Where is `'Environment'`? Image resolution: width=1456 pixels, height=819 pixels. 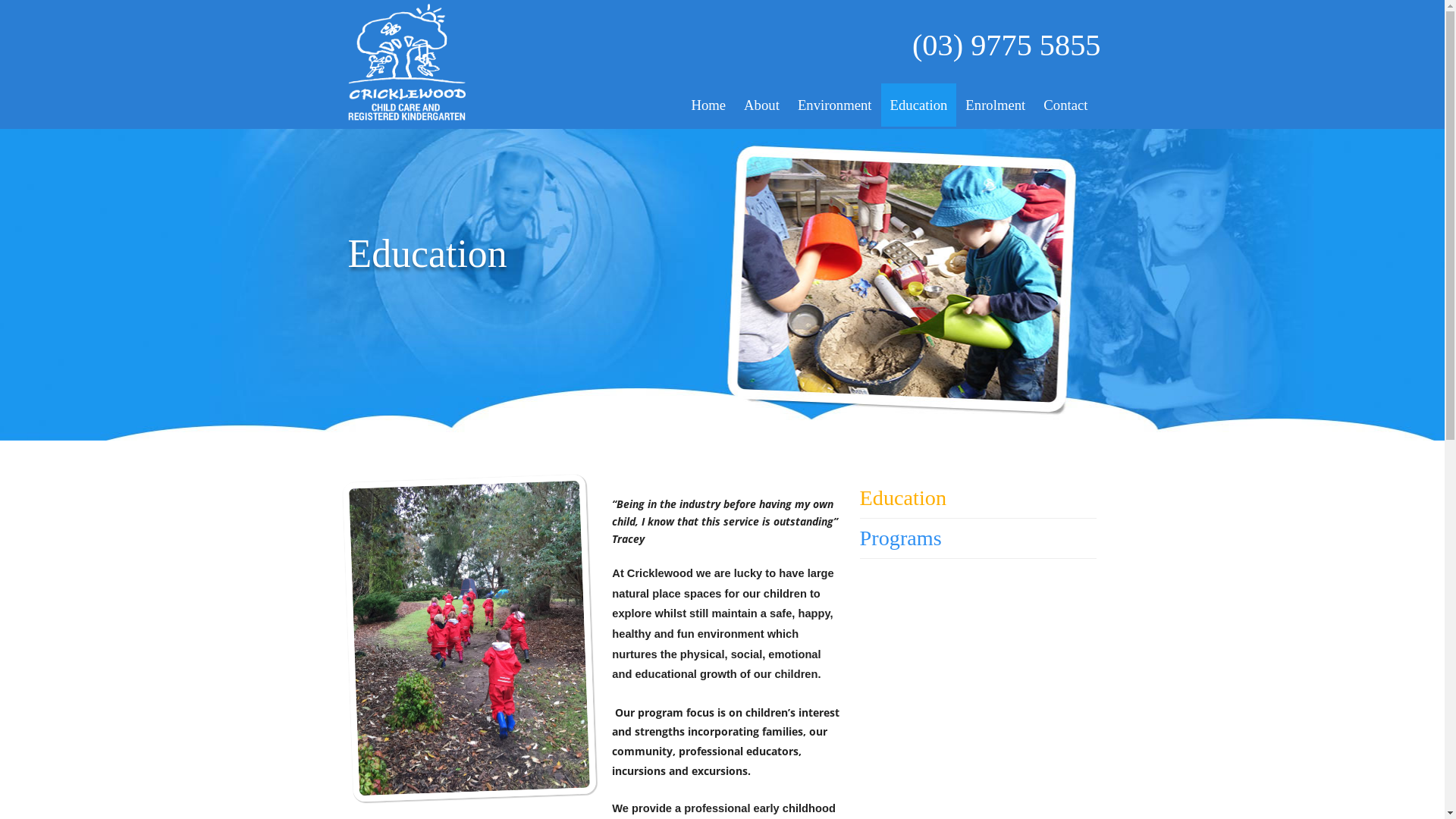
'Environment' is located at coordinates (833, 104).